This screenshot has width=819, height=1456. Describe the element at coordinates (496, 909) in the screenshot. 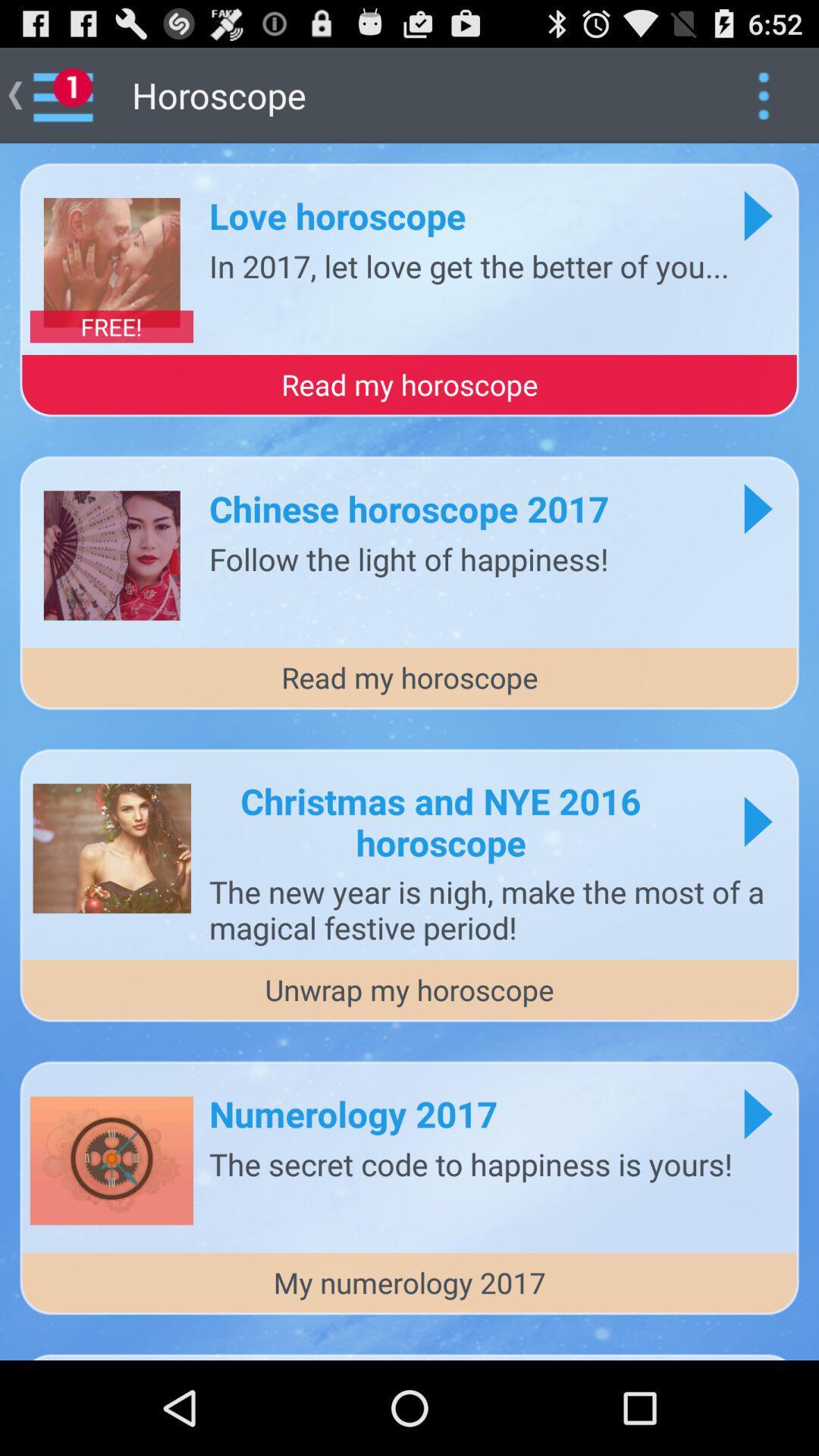

I see `app above unwrap my horoscope item` at that location.